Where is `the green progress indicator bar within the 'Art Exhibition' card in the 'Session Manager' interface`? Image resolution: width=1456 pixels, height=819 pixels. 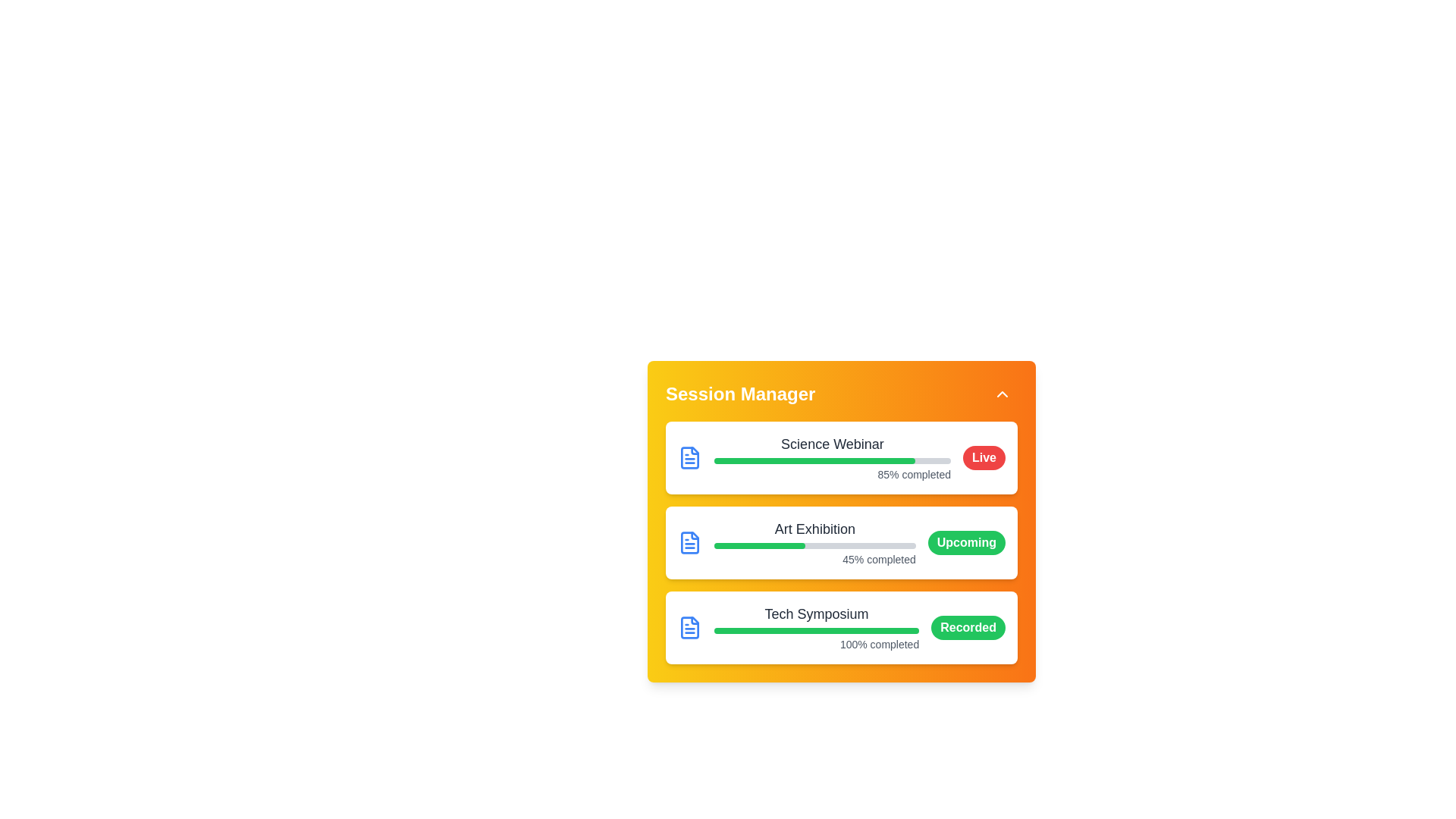
the green progress indicator bar within the 'Art Exhibition' card in the 'Session Manager' interface is located at coordinates (759, 546).